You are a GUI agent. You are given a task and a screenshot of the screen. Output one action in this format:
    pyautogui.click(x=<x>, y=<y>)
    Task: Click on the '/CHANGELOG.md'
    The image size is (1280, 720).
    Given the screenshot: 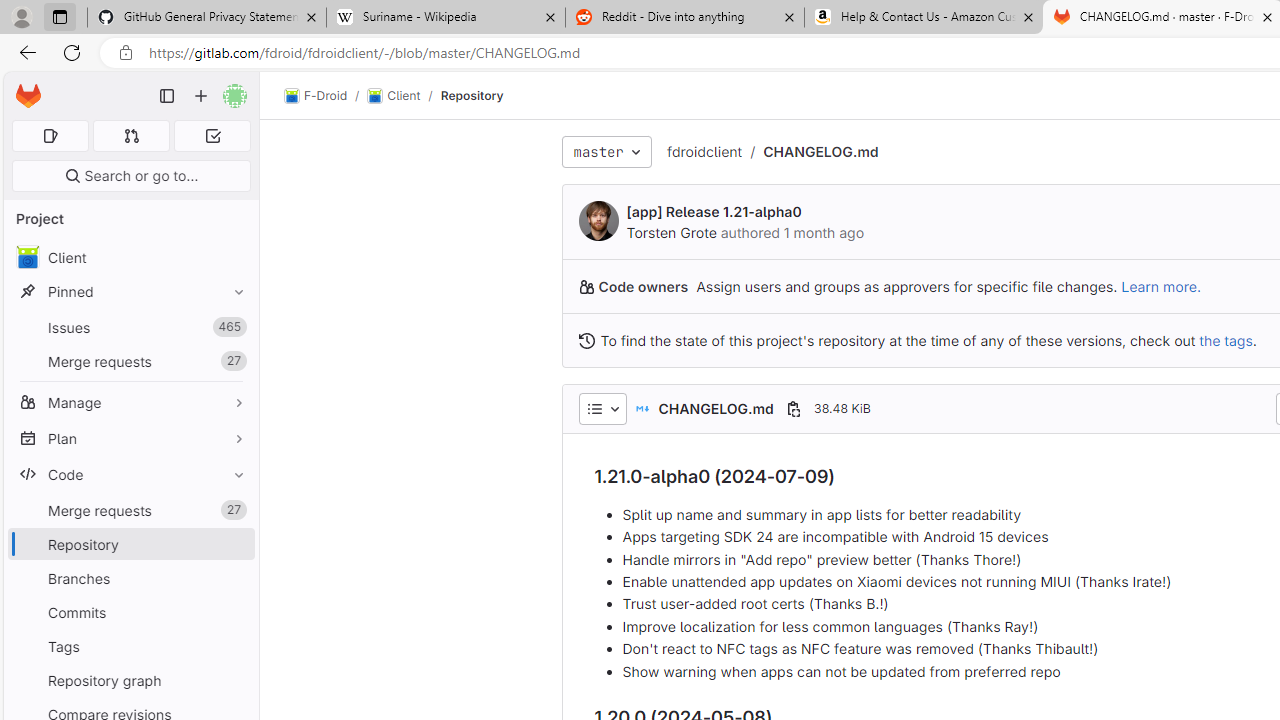 What is the action you would take?
    pyautogui.click(x=810, y=150)
    